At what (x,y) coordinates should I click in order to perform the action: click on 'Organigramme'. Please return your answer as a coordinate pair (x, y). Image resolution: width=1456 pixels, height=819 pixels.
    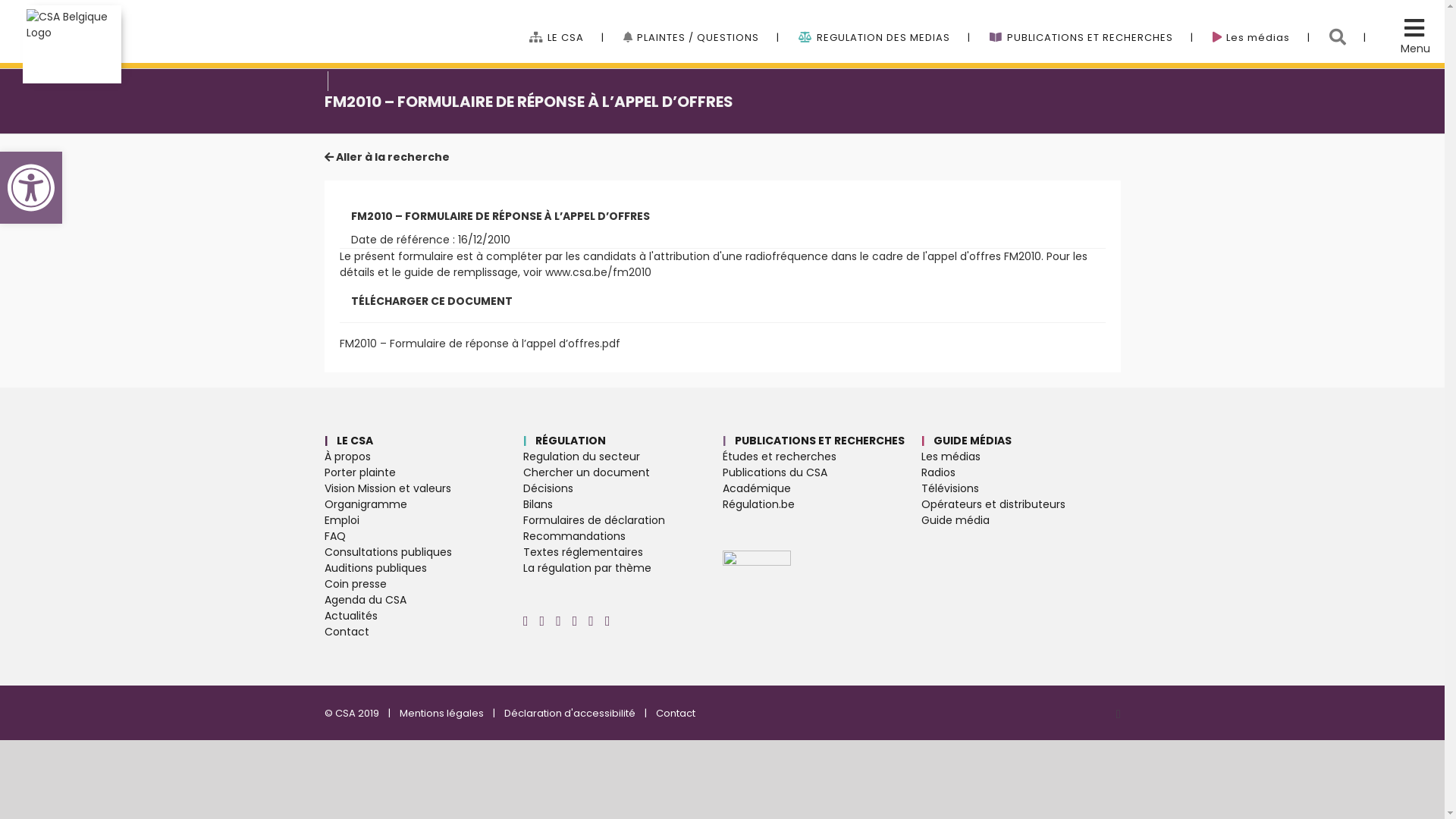
    Looking at the image, I should click on (424, 504).